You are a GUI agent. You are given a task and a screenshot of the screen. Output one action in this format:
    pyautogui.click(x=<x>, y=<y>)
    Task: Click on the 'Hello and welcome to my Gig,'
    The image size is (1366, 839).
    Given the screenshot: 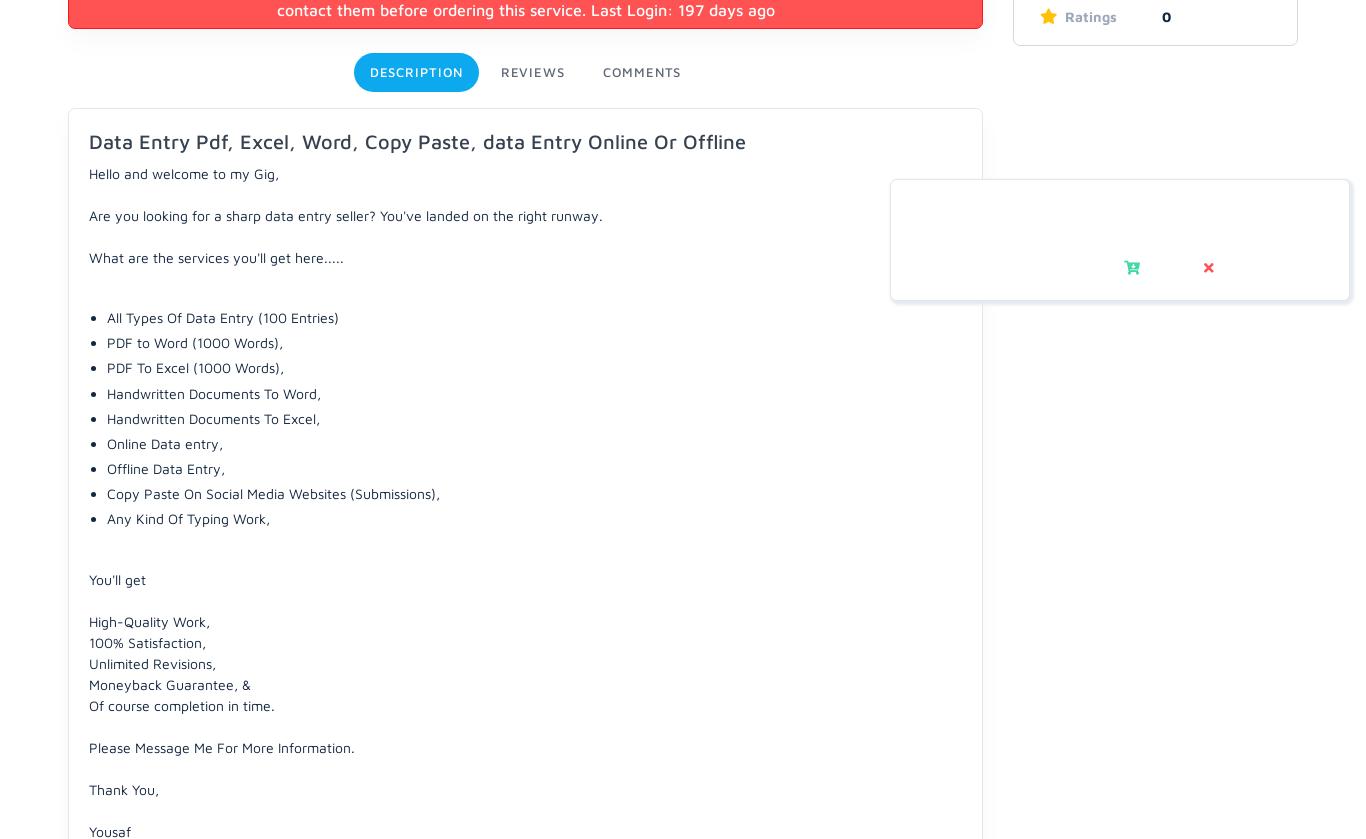 What is the action you would take?
    pyautogui.click(x=89, y=172)
    